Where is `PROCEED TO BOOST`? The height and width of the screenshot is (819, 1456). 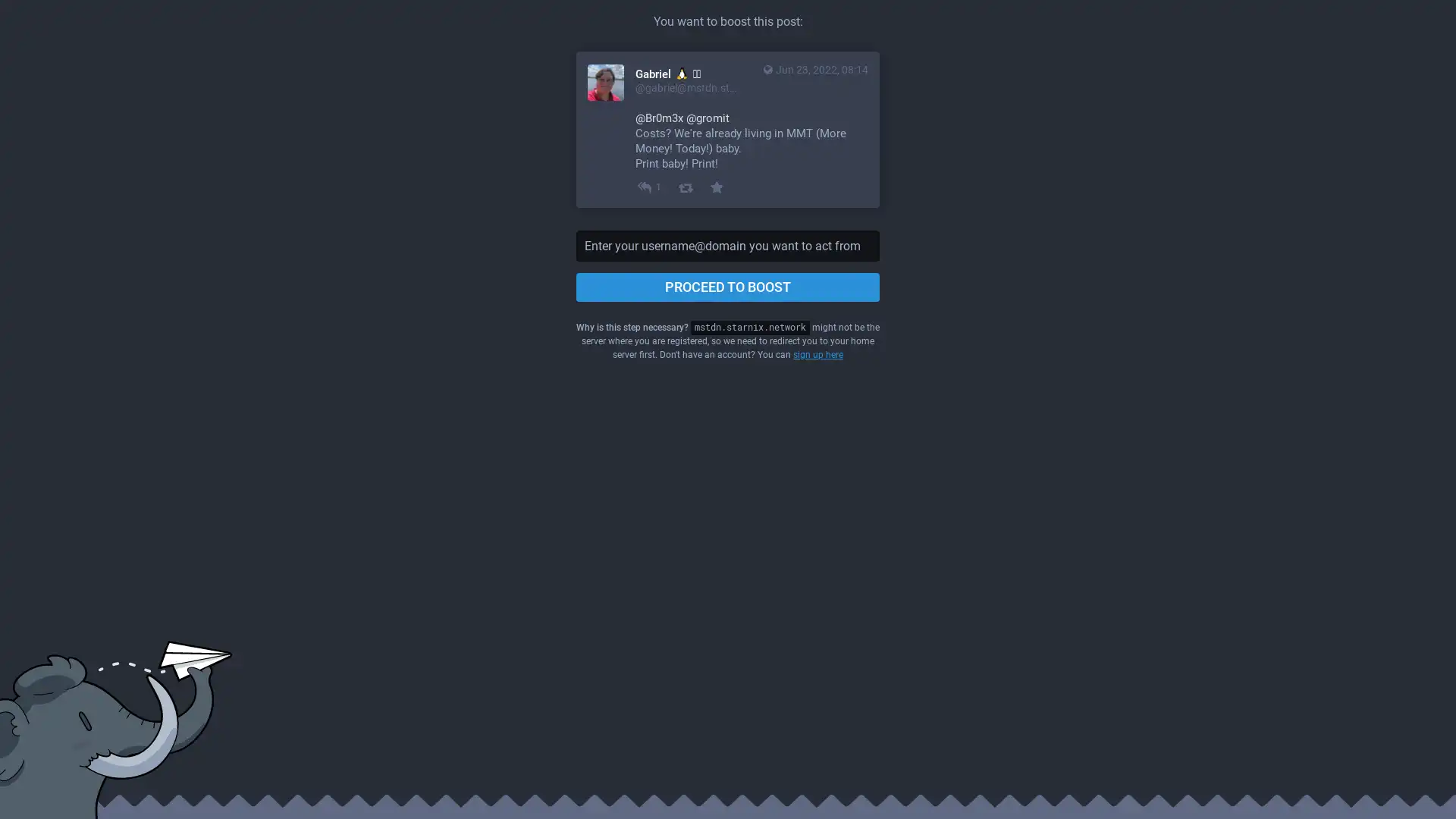
PROCEED TO BOOST is located at coordinates (728, 287).